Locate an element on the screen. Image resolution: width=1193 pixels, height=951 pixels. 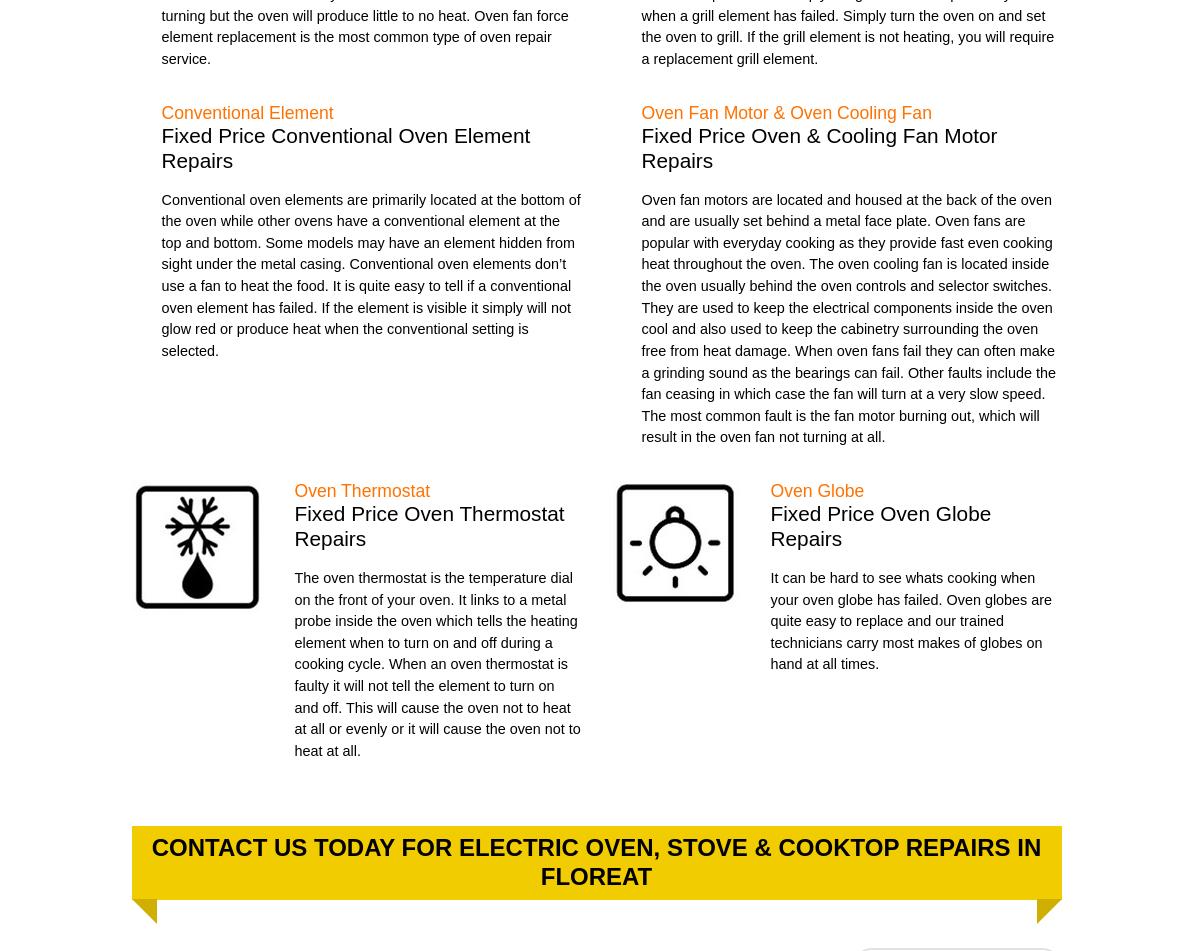
'The oven thermostat is the temperature dial on the front of your oven. It links to a metal probe inside the oven which tells the heating element when to turn on and off during a cooking cycle. When an oven thermostat is faulty it will not tell the element to turn on and off. This will cause the oven not to heat at all or evenly or it will cause the oven not to heat at all.' is located at coordinates (292, 662).